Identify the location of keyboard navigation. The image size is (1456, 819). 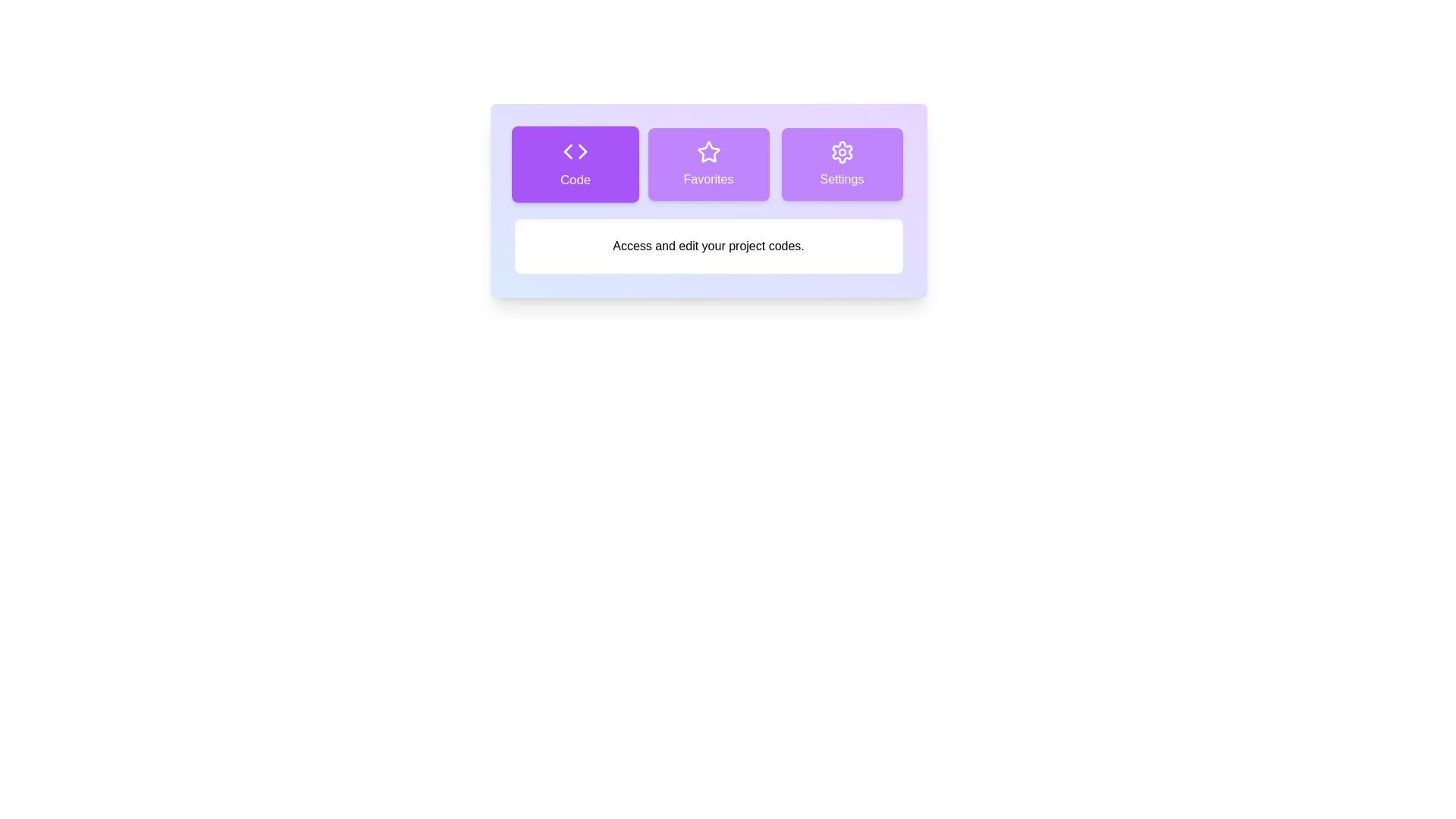
(566, 152).